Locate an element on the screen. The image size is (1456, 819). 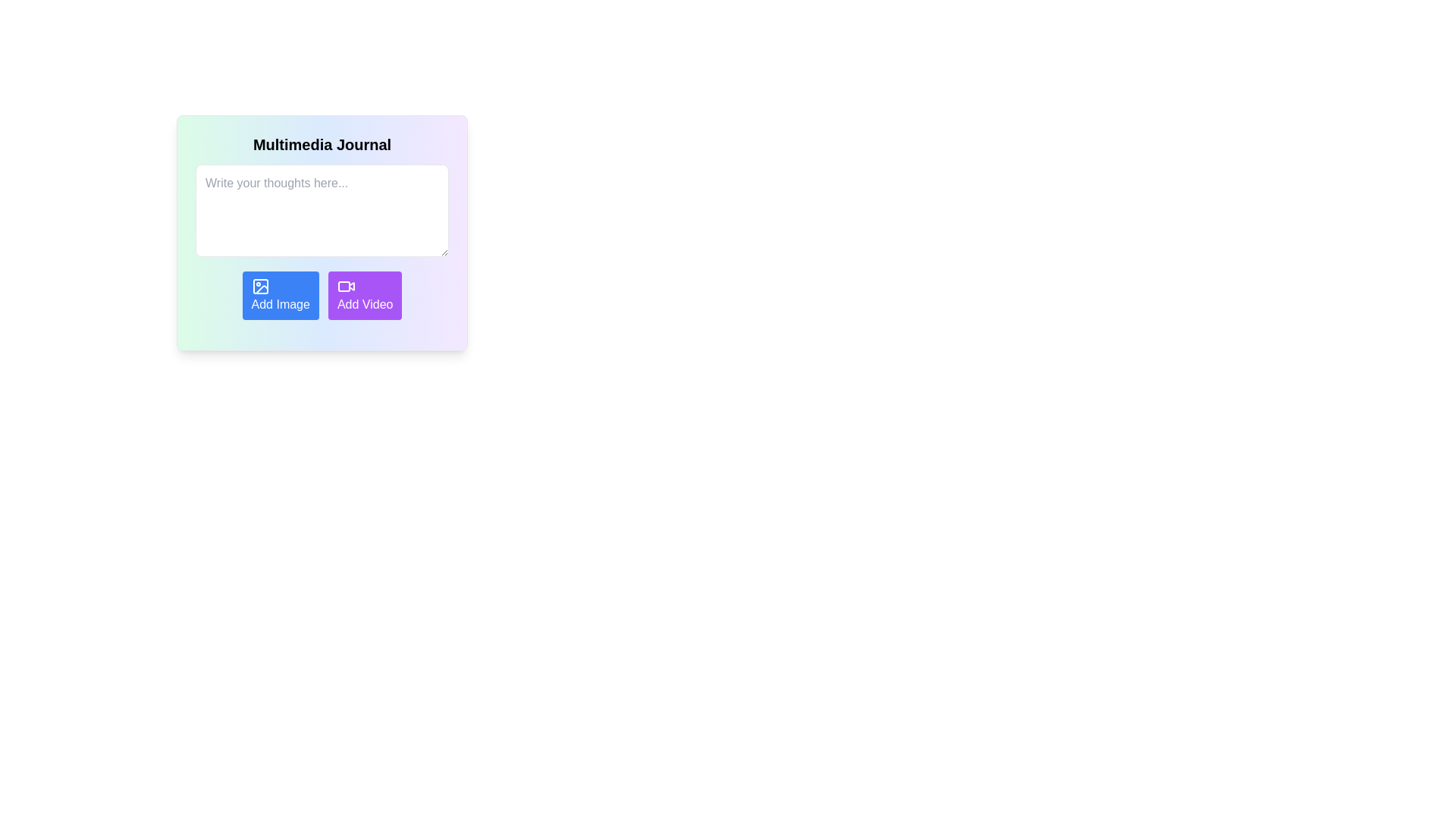
the SVG icon representing the 'Add Image' functionality within the button located below the textarea in the 'Multimedia Journal' widget is located at coordinates (260, 287).